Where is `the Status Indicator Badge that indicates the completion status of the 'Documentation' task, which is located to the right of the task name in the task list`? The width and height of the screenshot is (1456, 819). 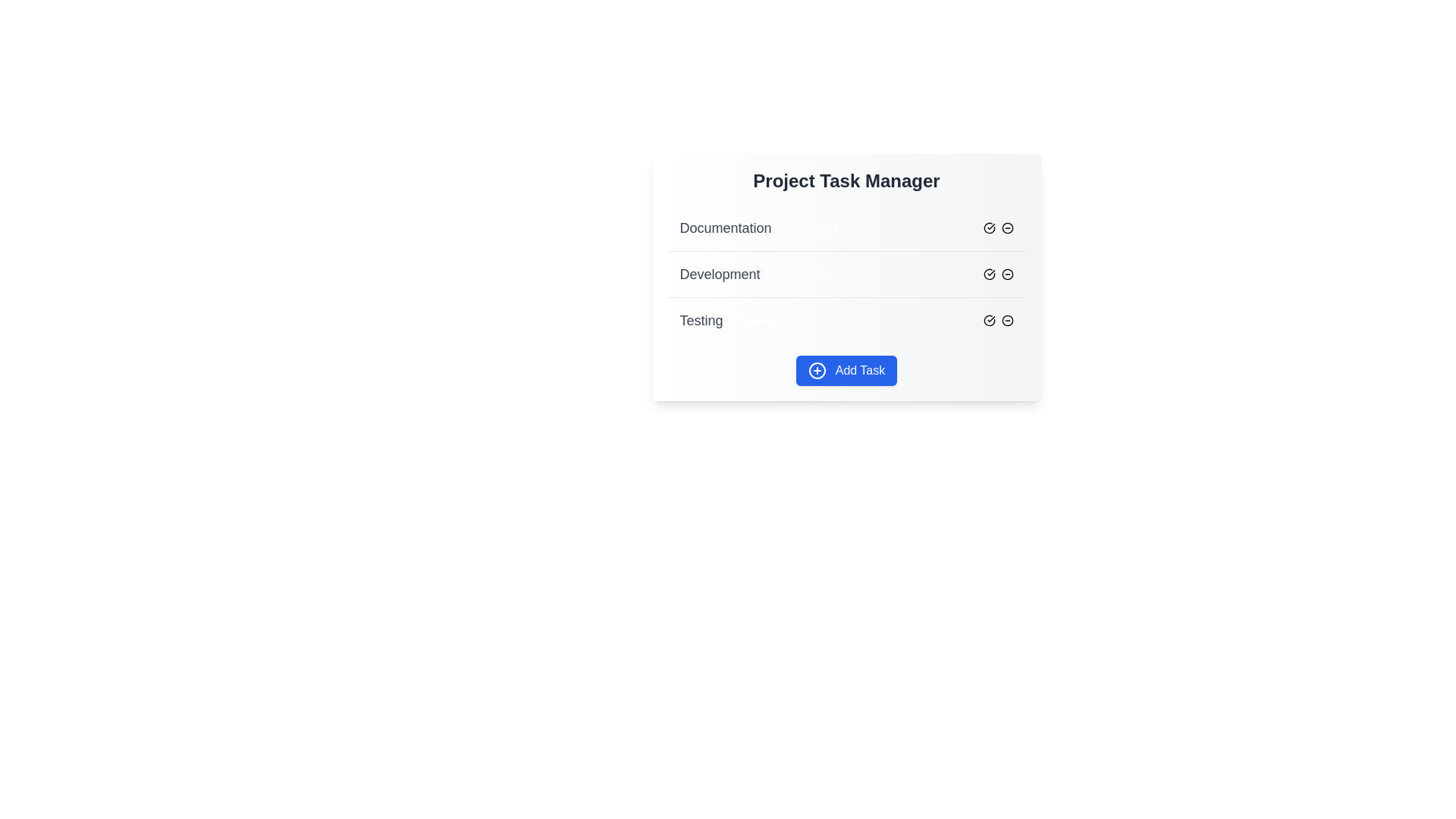
the Status Indicator Badge that indicates the completion status of the 'Documentation' task, which is located to the right of the task name in the task list is located at coordinates (811, 227).